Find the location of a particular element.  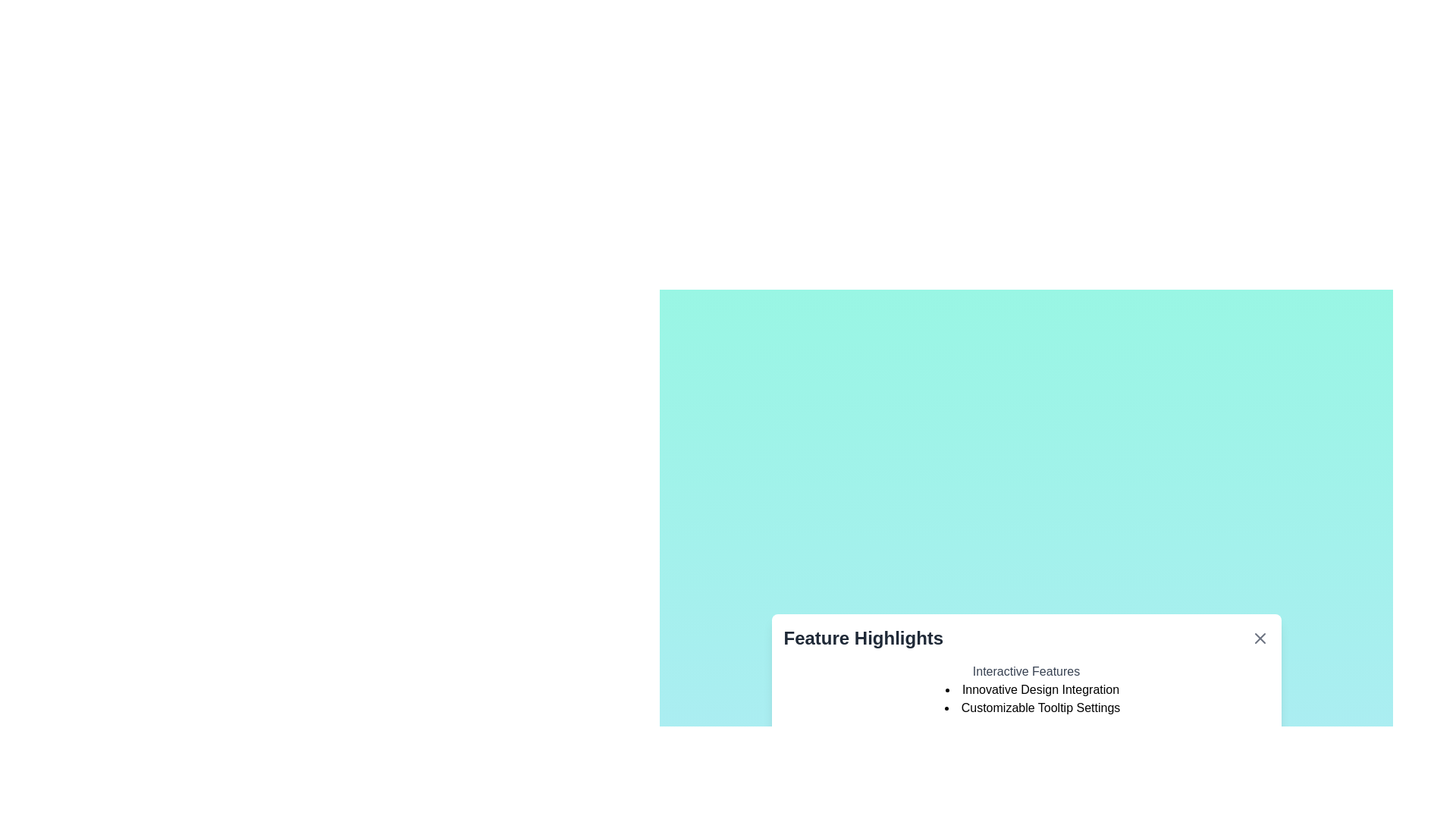

the thin gray diagonal line forming part of the 'X' shape close button located at the top right corner of the 'Feature Highlights' panel is located at coordinates (1260, 638).